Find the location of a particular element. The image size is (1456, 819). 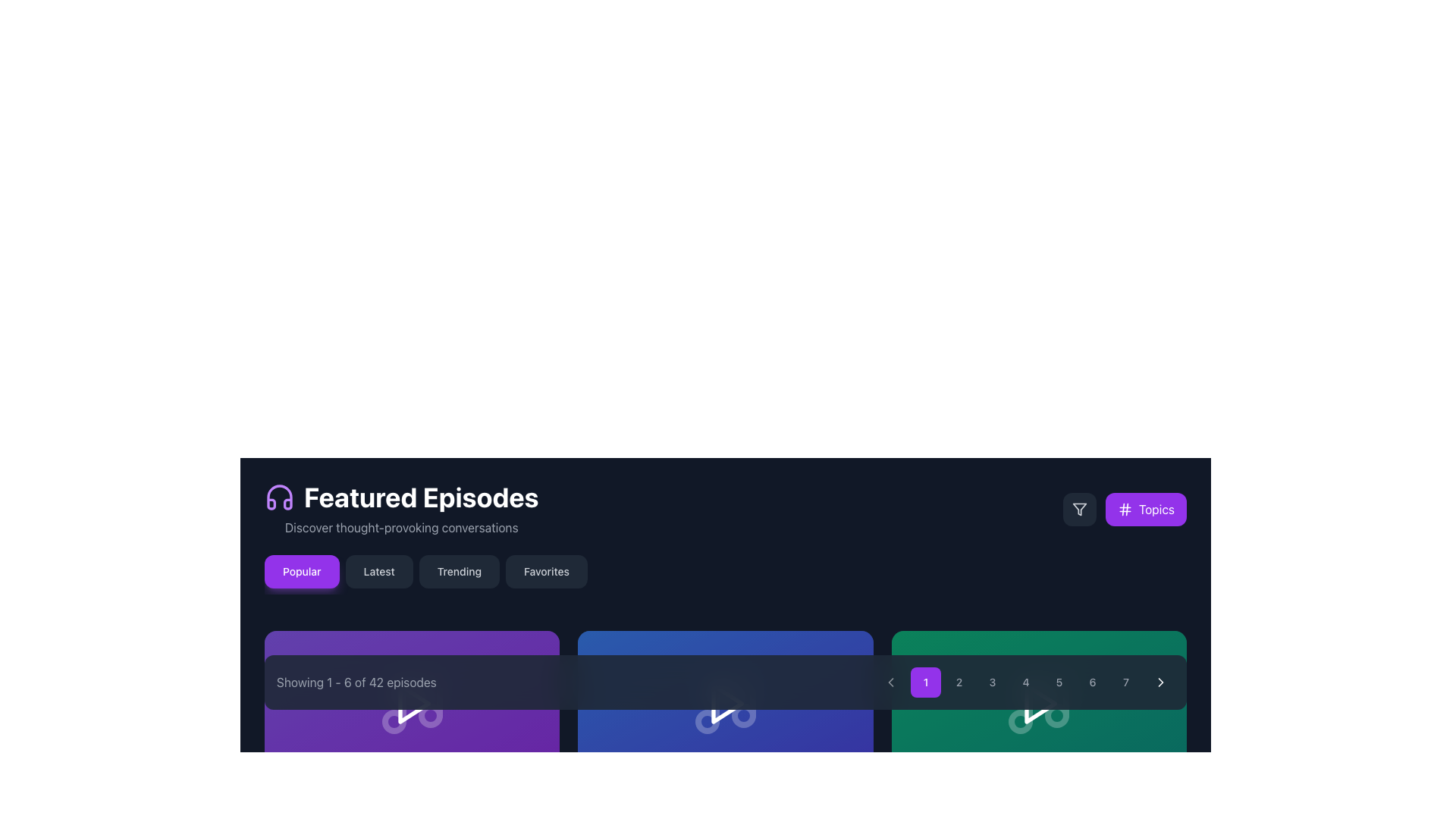

text of the non-interactive header labeled 'Featured Episodes' located at the top-left portion of the section is located at coordinates (401, 497).